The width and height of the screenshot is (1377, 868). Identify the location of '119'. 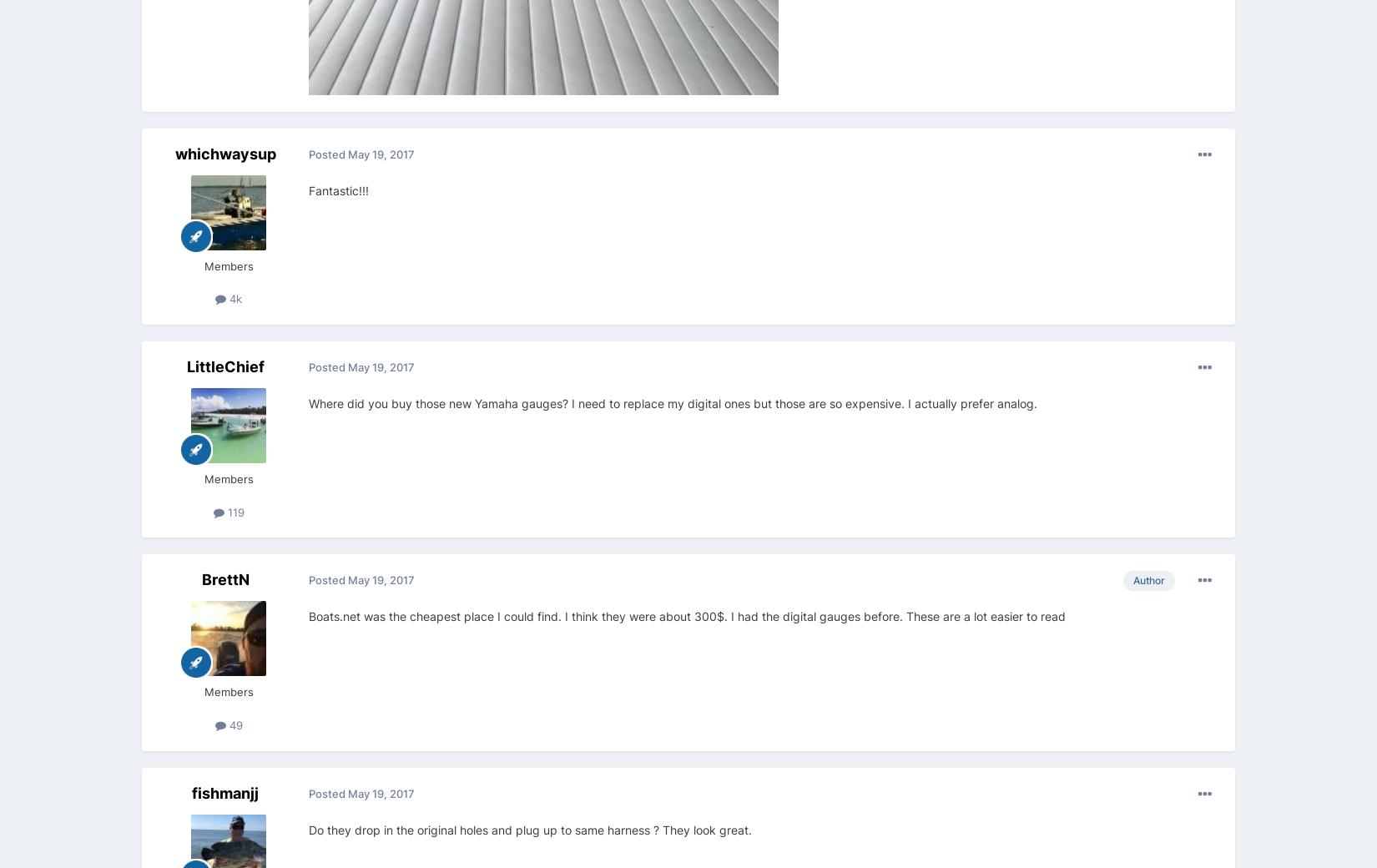
(234, 510).